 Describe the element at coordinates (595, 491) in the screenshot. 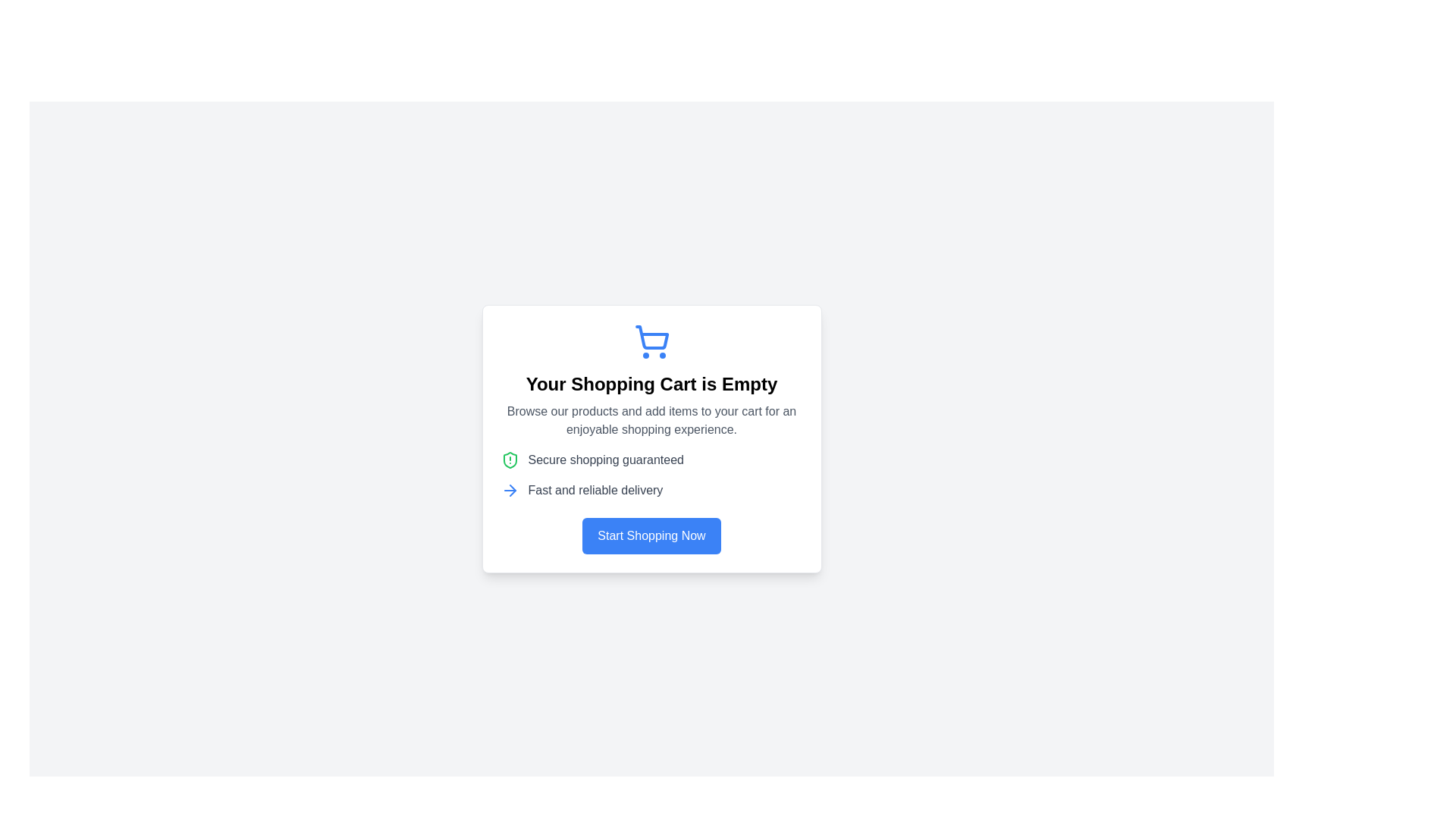

I see `the Static Text element that reads 'Fast and reliable delivery', which is styled in gray and located to the right of a blue arrow icon` at that location.